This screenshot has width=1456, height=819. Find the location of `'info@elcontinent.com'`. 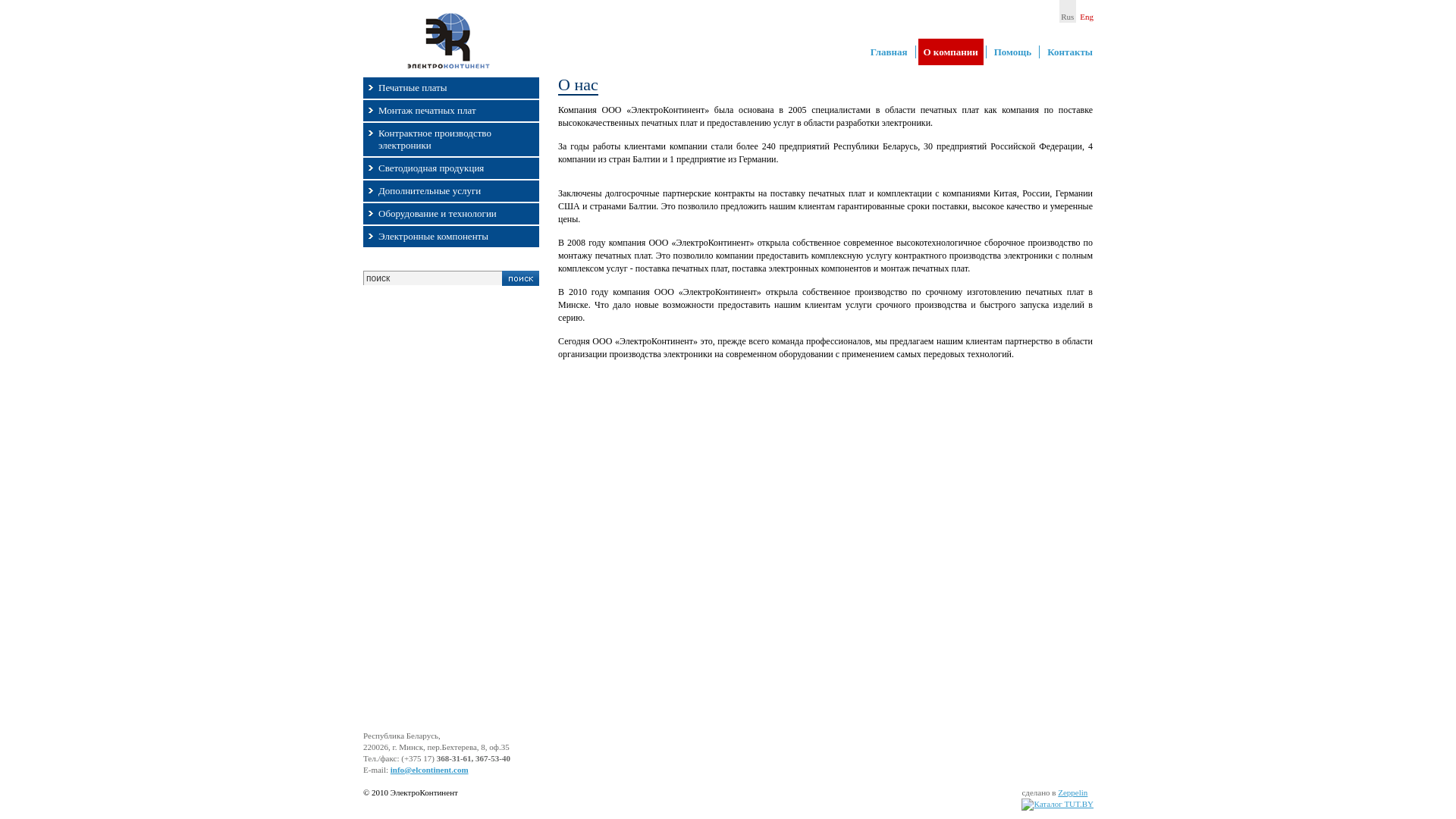

'info@elcontinent.com' is located at coordinates (428, 769).